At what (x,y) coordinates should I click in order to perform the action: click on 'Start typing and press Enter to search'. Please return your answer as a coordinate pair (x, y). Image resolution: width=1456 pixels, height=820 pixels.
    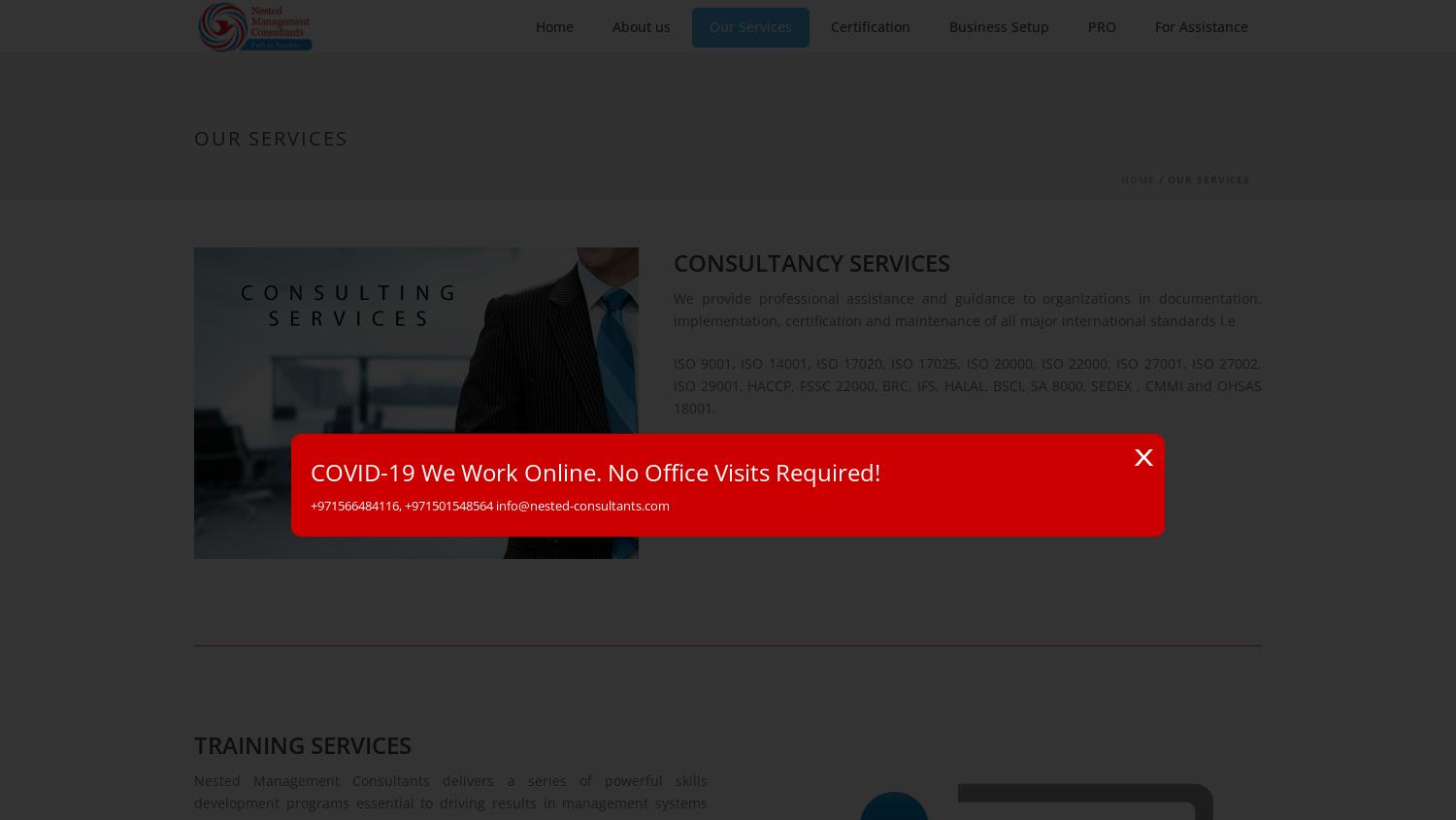
    Looking at the image, I should click on (728, 430).